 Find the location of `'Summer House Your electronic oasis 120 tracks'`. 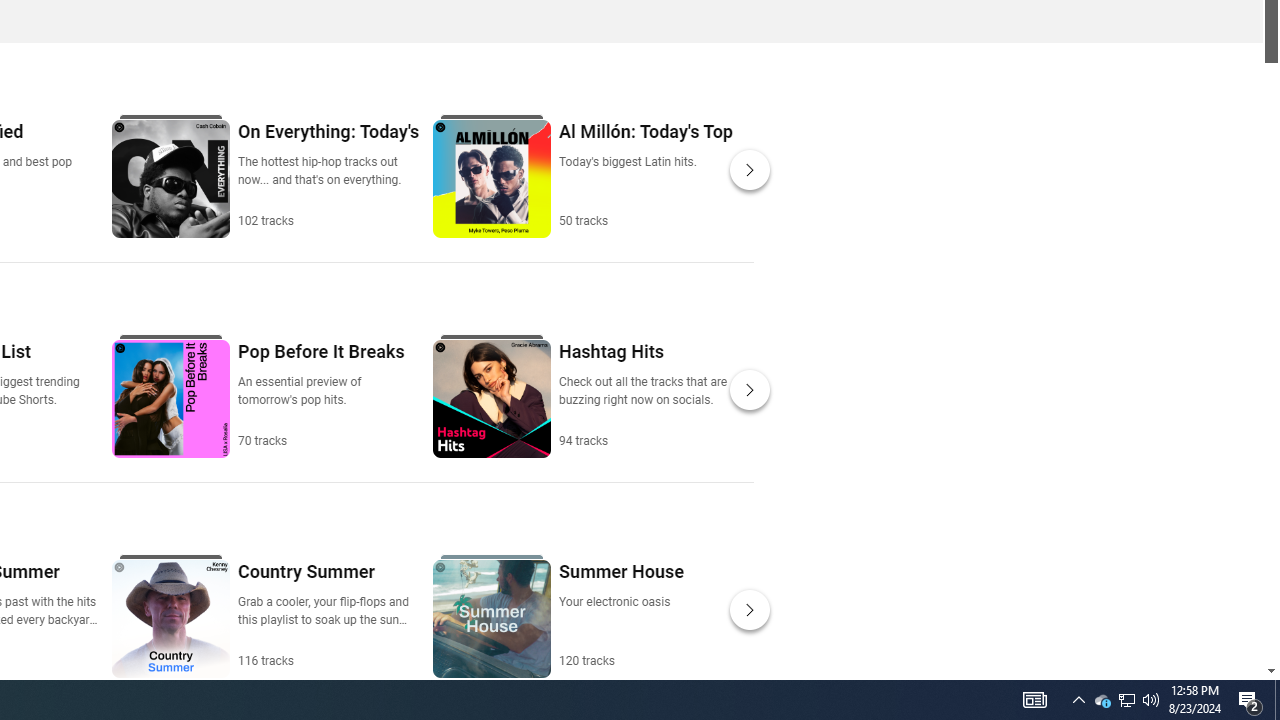

'Summer House Your electronic oasis 120 tracks' is located at coordinates (619, 613).